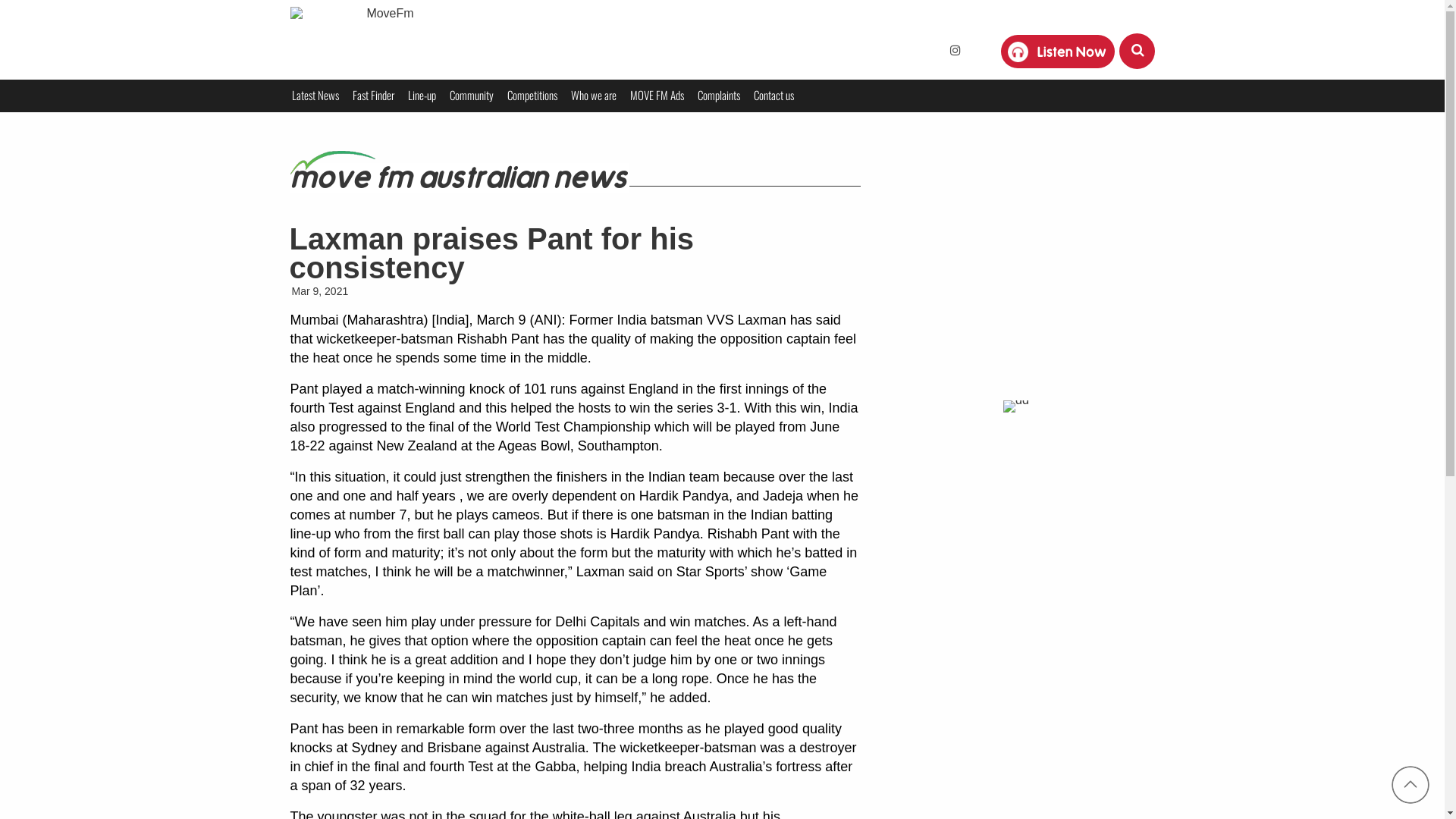 This screenshot has width=1456, height=819. I want to click on 'MOVE FM Ads', so click(623, 96).